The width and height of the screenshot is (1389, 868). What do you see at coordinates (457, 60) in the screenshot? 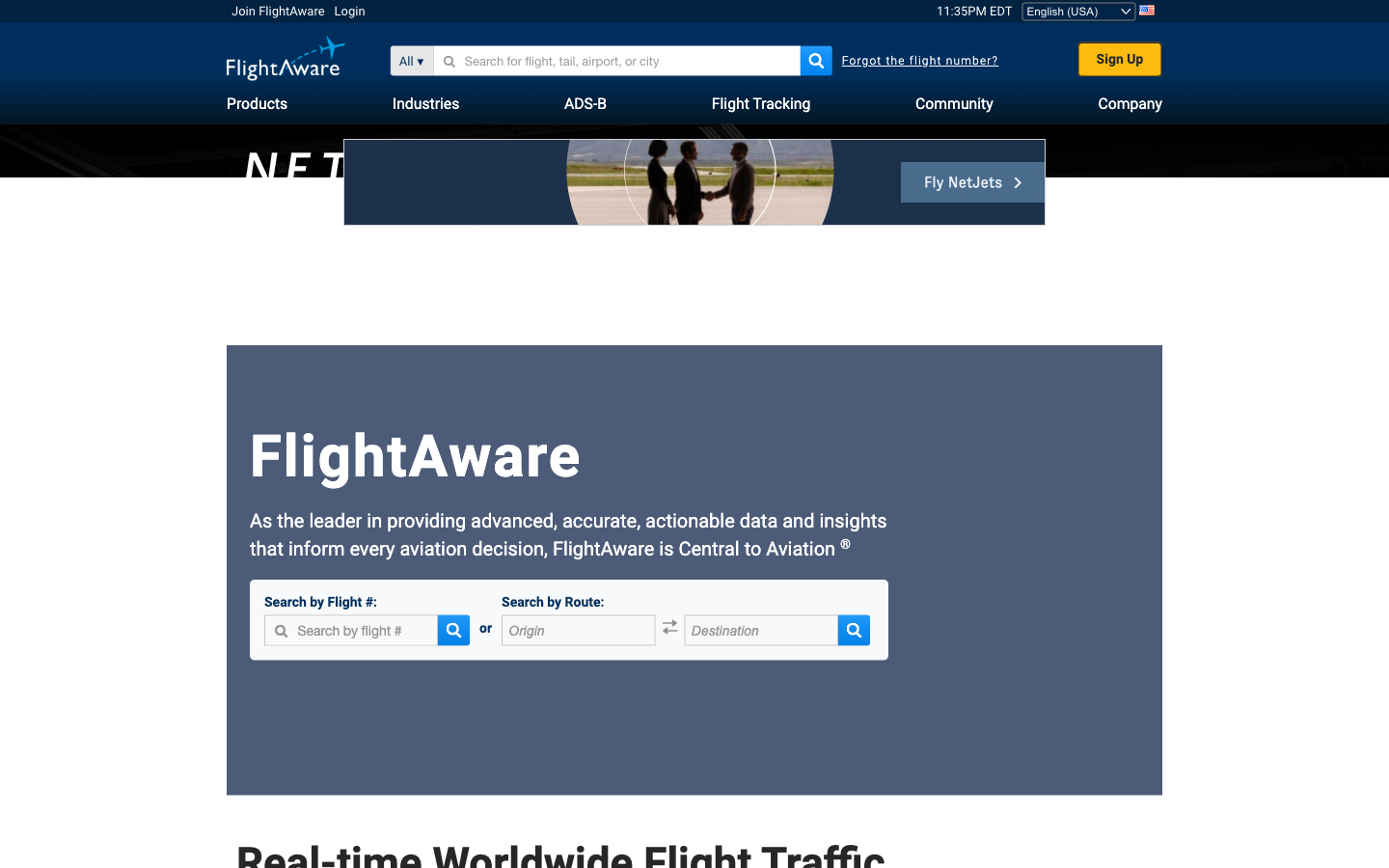
I see `Look up for the Private Aircraft with tail number: 1234` at bounding box center [457, 60].